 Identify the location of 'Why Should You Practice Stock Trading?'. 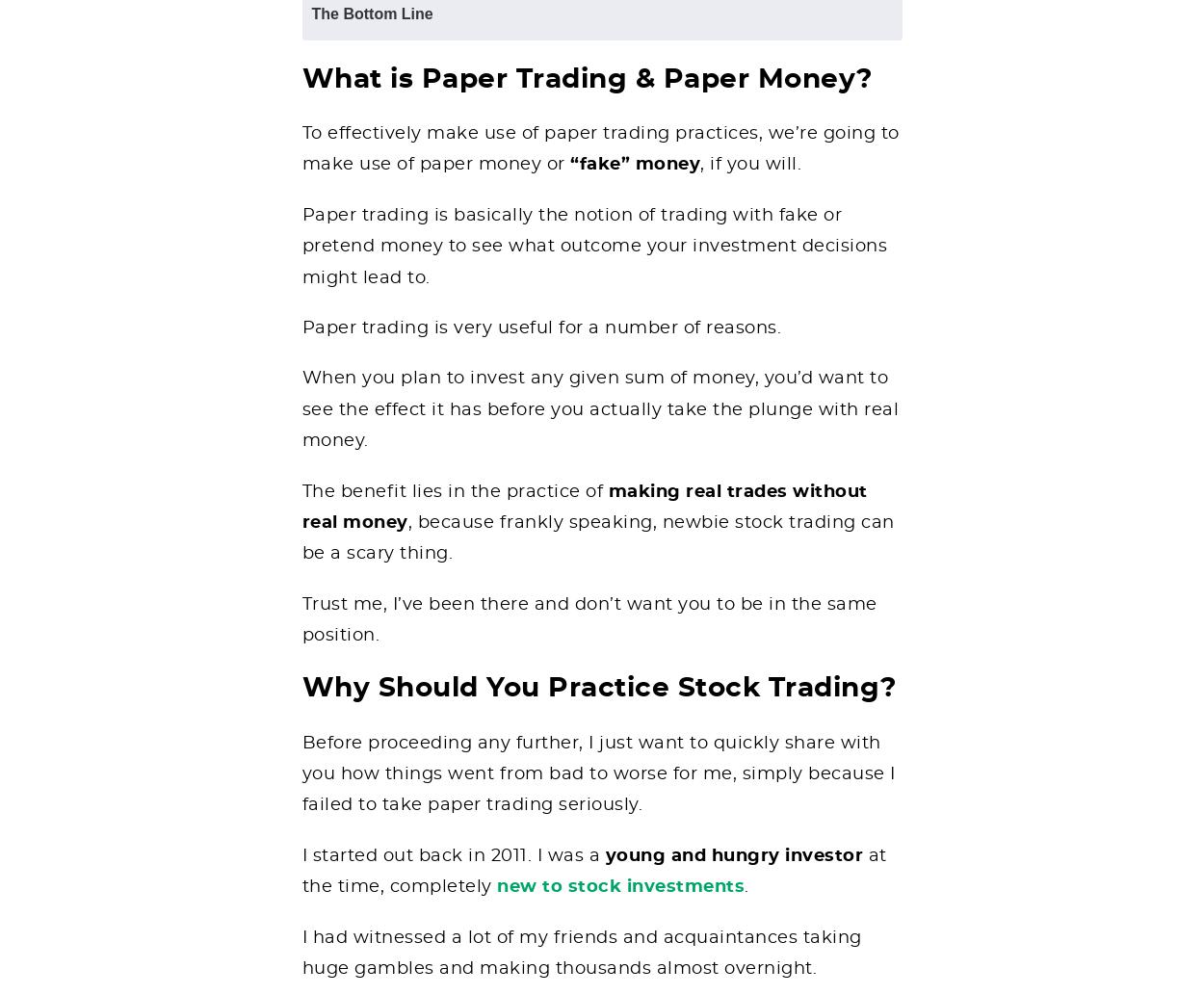
(597, 689).